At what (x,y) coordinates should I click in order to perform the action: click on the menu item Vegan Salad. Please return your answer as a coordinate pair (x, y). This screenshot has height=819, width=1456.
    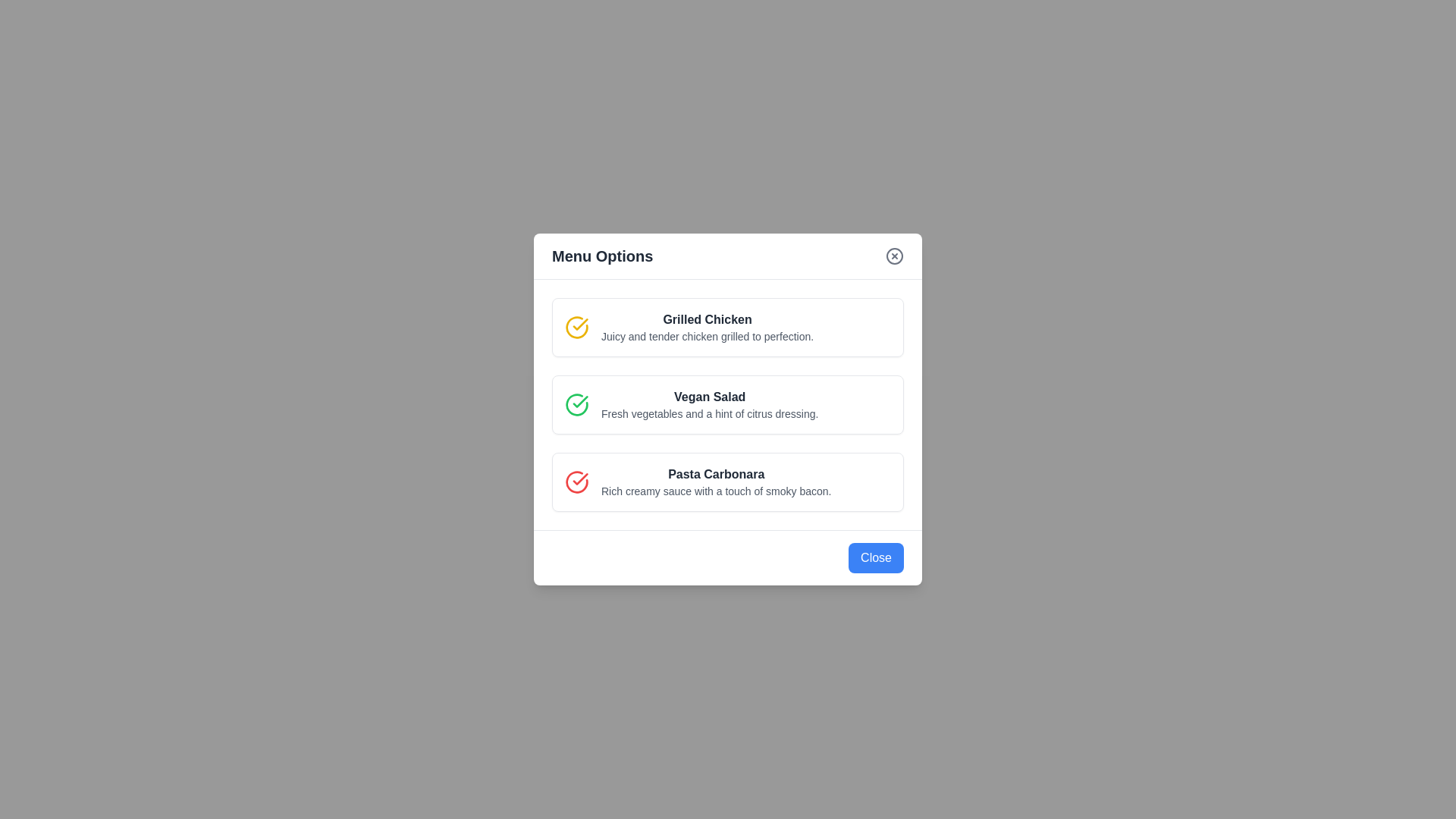
    Looking at the image, I should click on (728, 403).